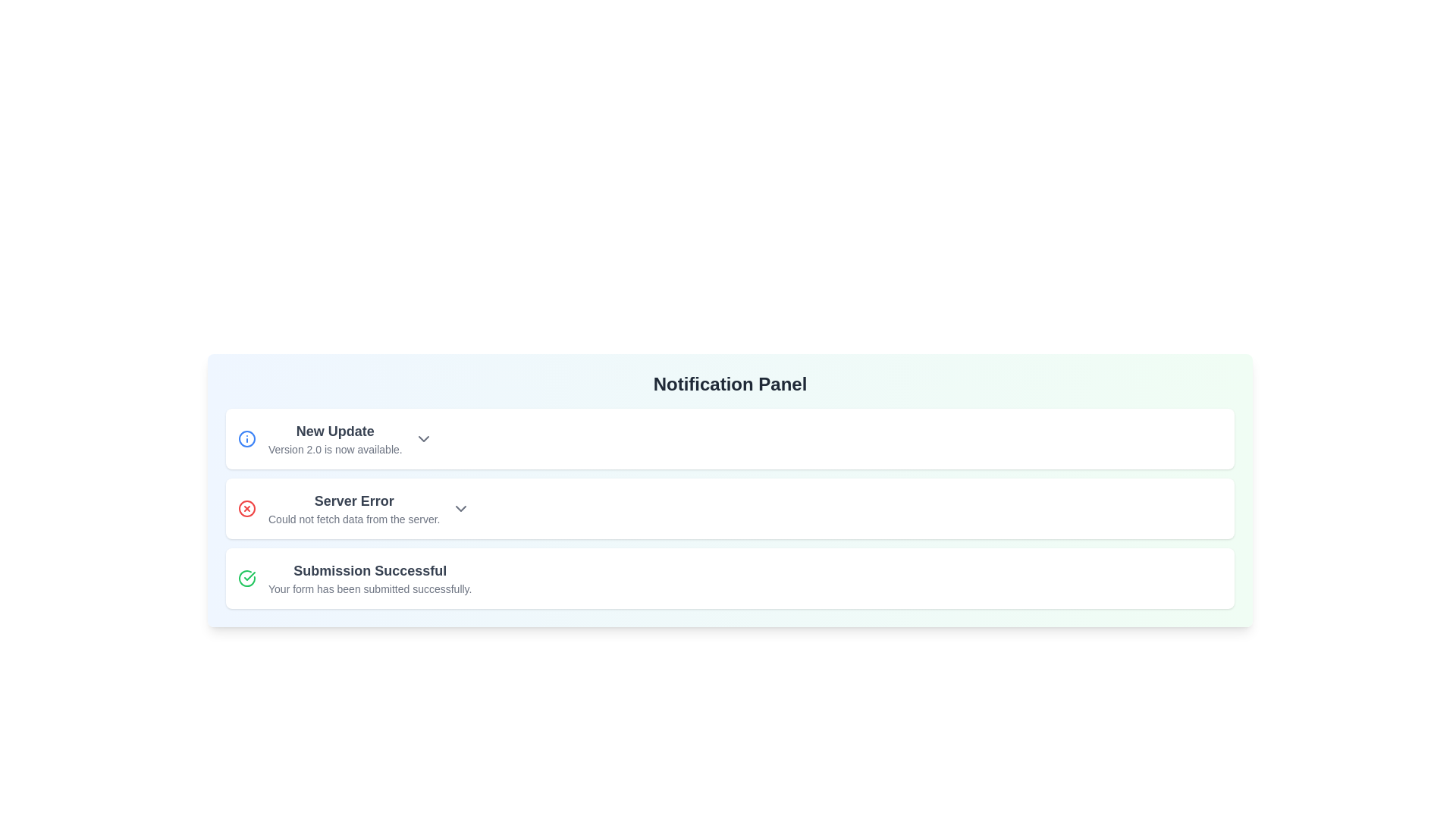 Image resolution: width=1456 pixels, height=819 pixels. I want to click on the static text displaying the message 'Could not fetch data from the server.' located in the notification box below the 'Server Error' text, so click(353, 519).